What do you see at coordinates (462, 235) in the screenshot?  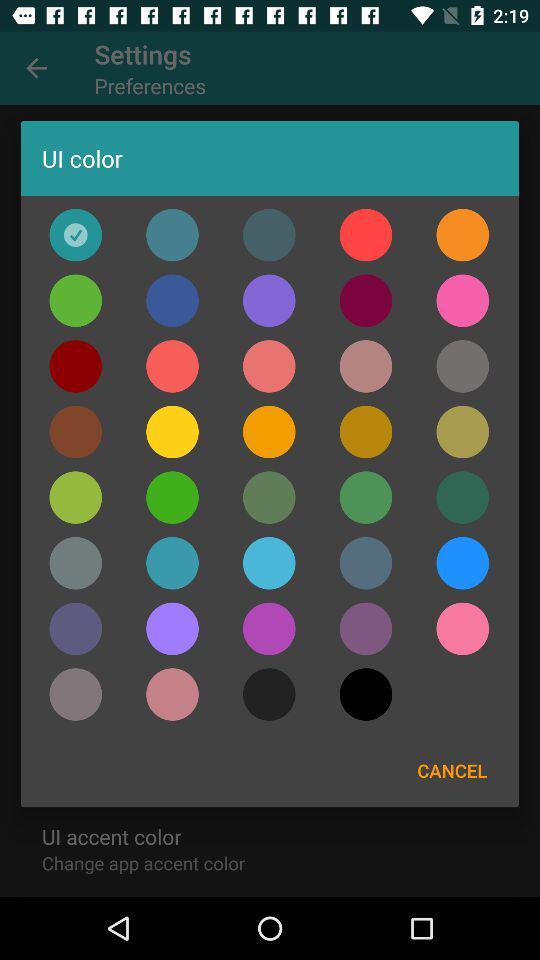 I see `icon below ui color` at bounding box center [462, 235].